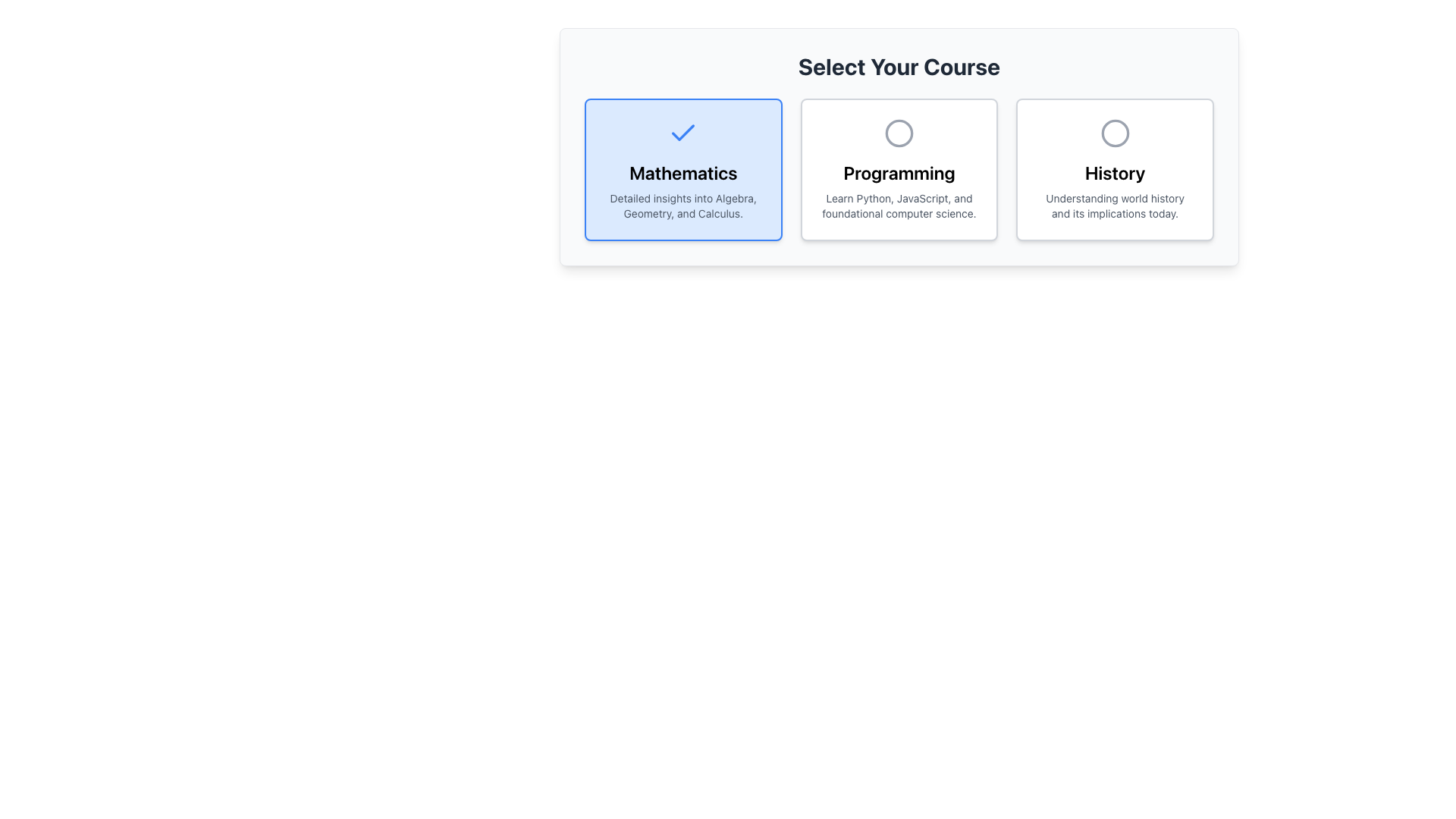 This screenshot has height=819, width=1456. I want to click on the checkmark icon with a blue stroke located at the top-center of the 'Mathematics' card, so click(682, 132).